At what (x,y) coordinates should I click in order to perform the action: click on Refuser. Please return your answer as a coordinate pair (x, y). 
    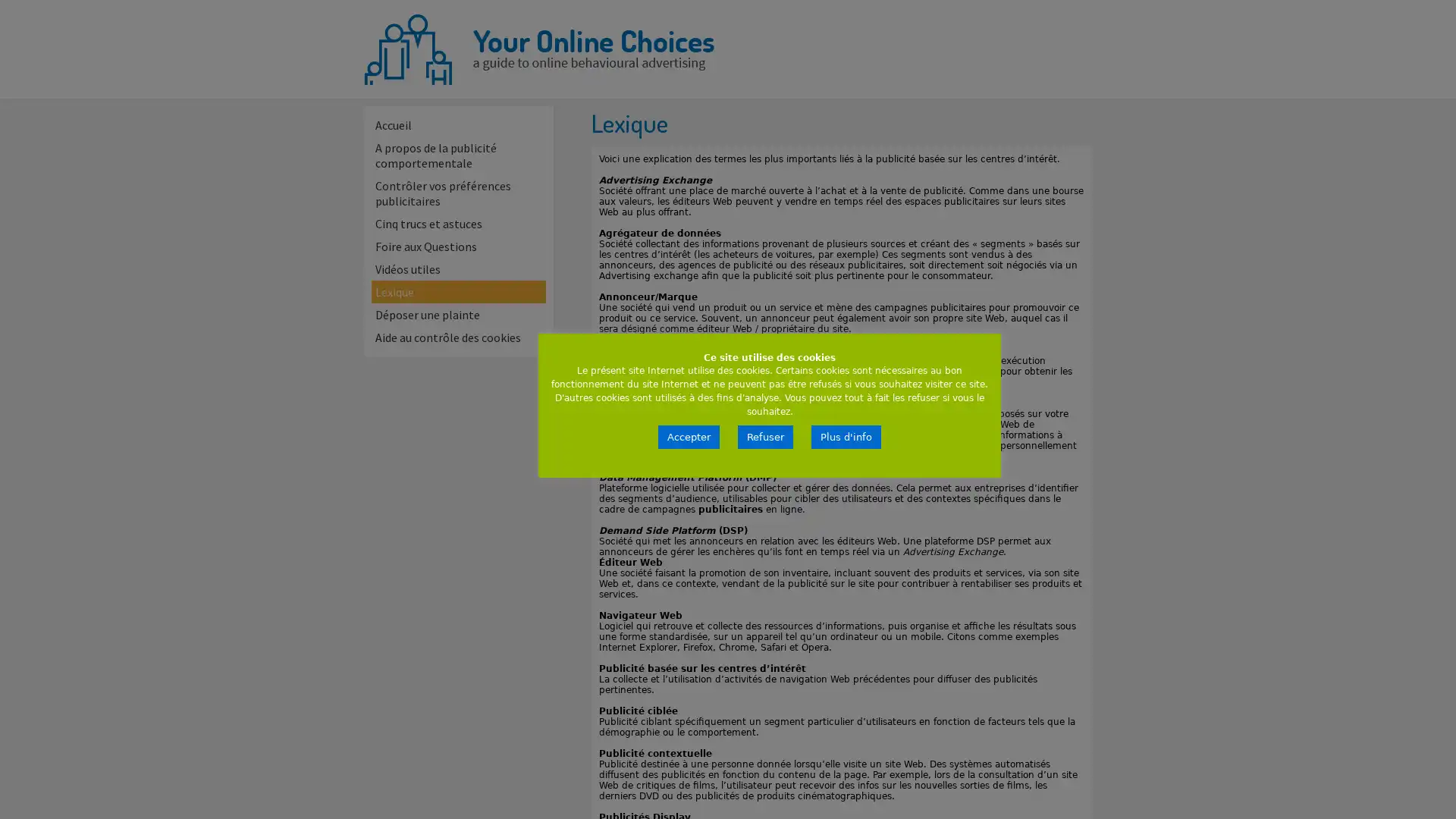
    Looking at the image, I should click on (765, 437).